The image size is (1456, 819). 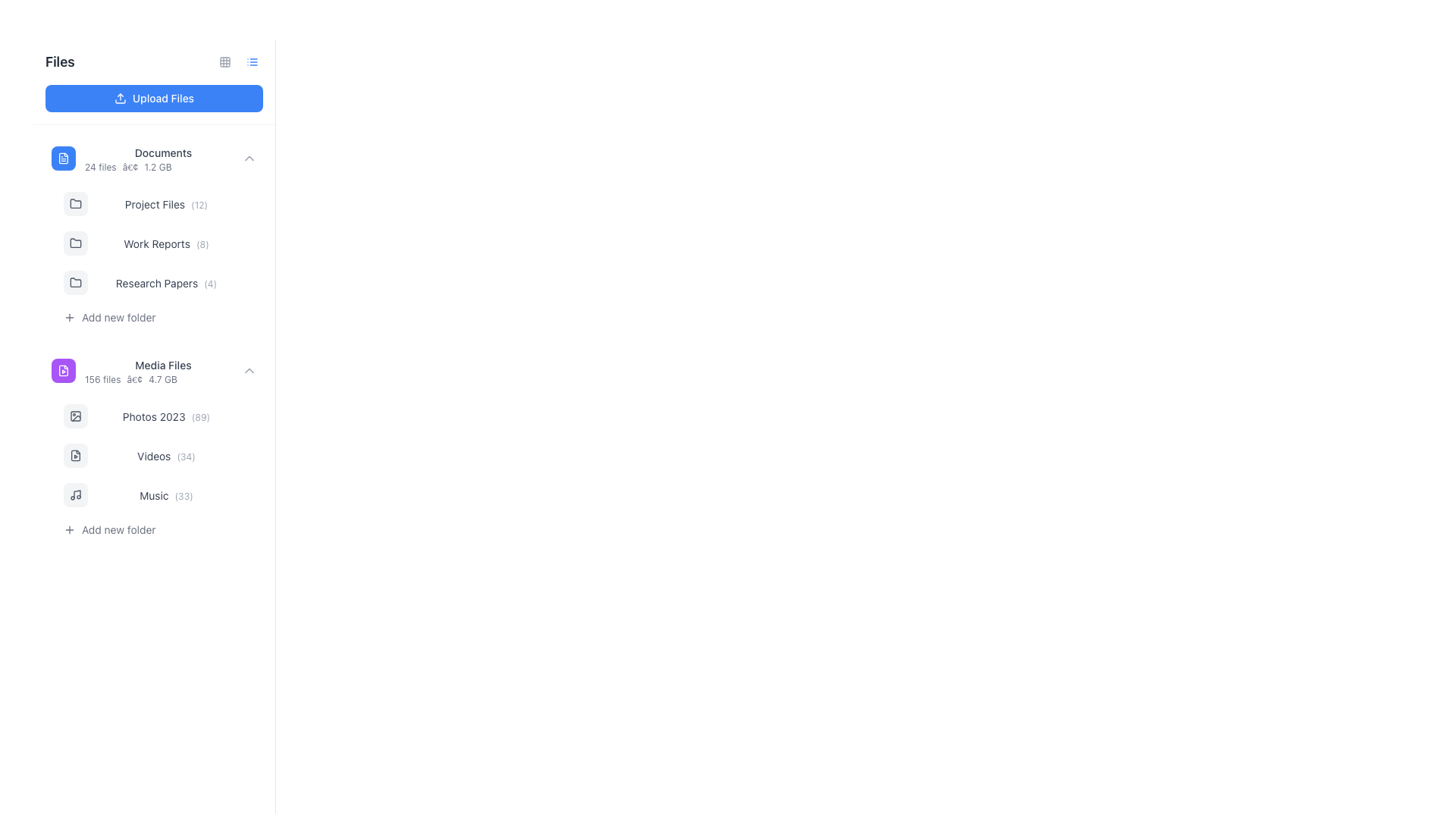 I want to click on the 'Media Files' group entry located below 'Documents' and above 'Photos 2023', so click(x=154, y=371).